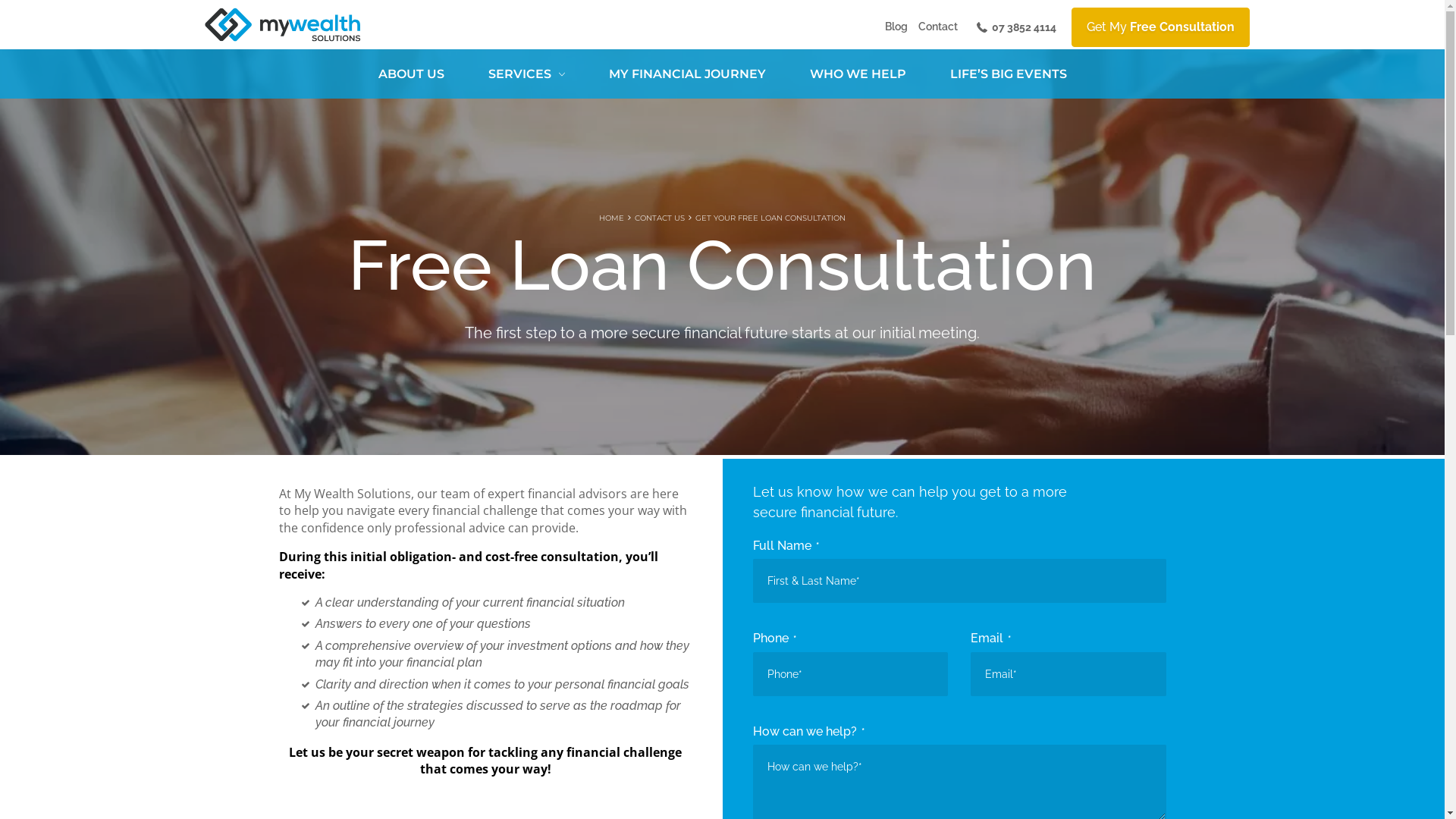  I want to click on 'Blog', so click(896, 27).